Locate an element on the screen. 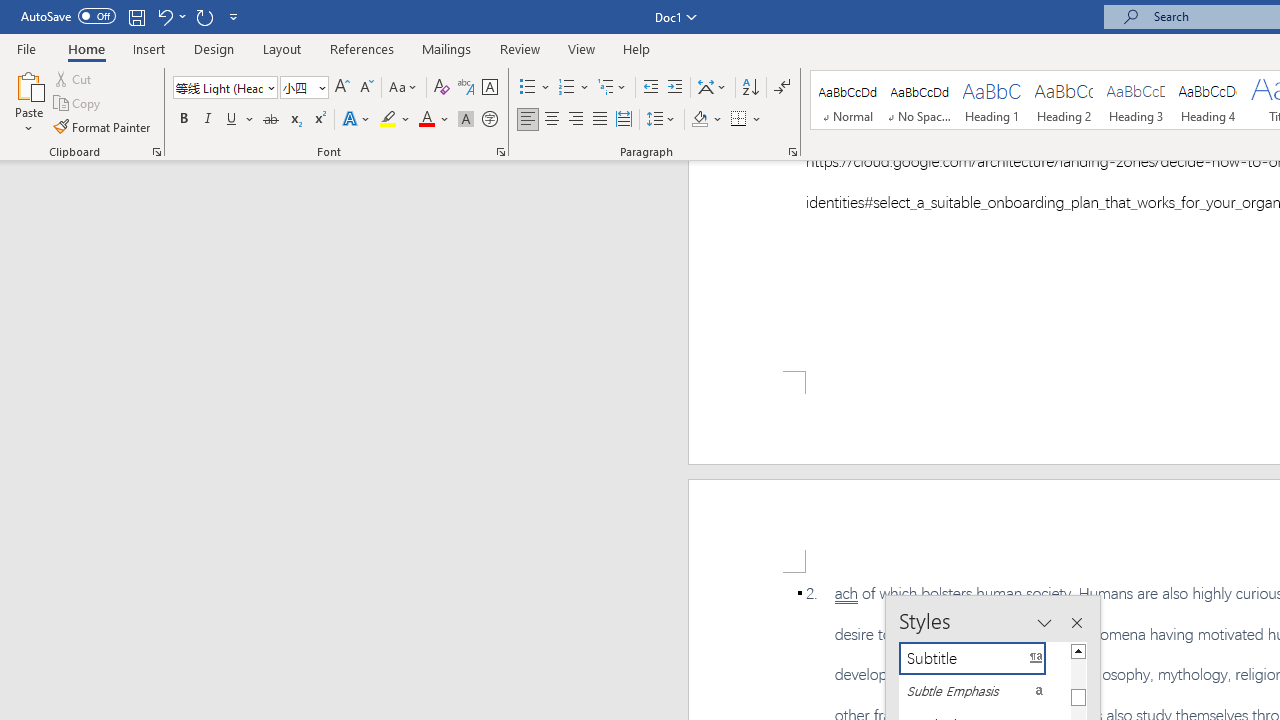 The image size is (1280, 720). 'Shading' is located at coordinates (707, 119).